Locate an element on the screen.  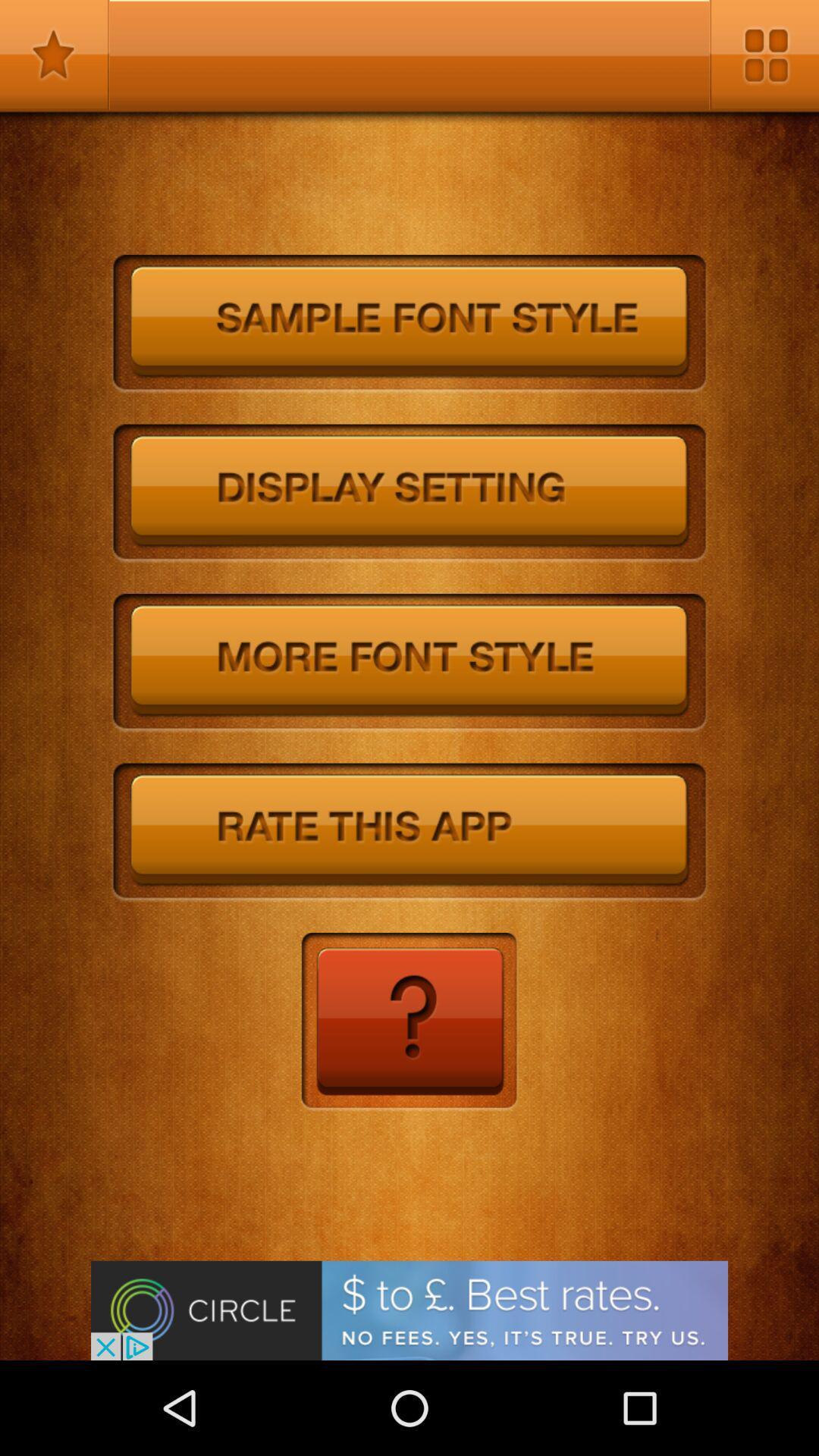
more font style menu is located at coordinates (409, 663).